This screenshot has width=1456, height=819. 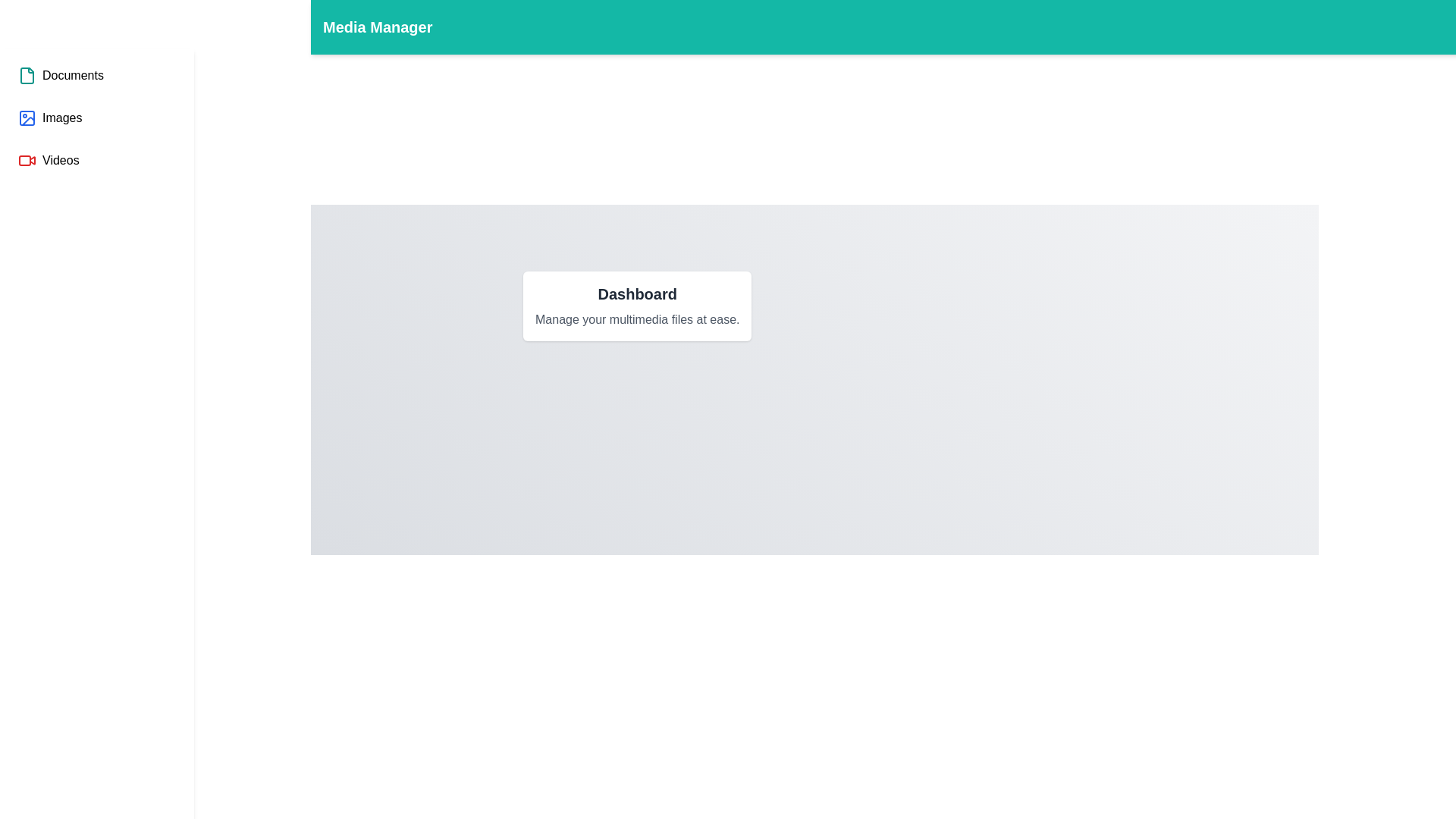 What do you see at coordinates (49, 161) in the screenshot?
I see `the Navigation link located in the third row of the vertical list in the sidebar menu` at bounding box center [49, 161].